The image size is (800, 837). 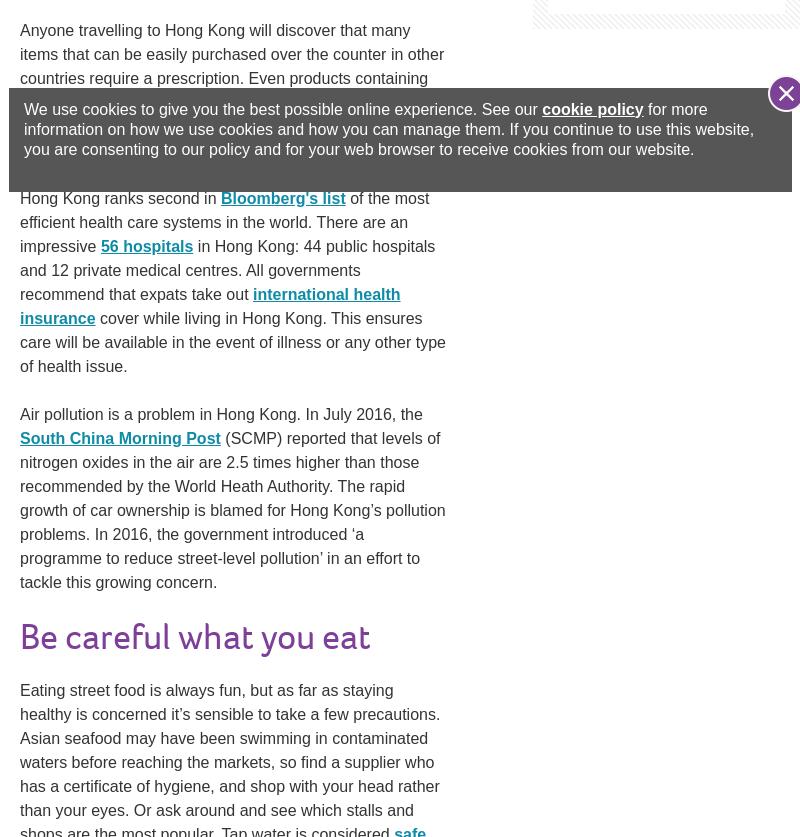 What do you see at coordinates (210, 306) in the screenshot?
I see `'international health insurance'` at bounding box center [210, 306].